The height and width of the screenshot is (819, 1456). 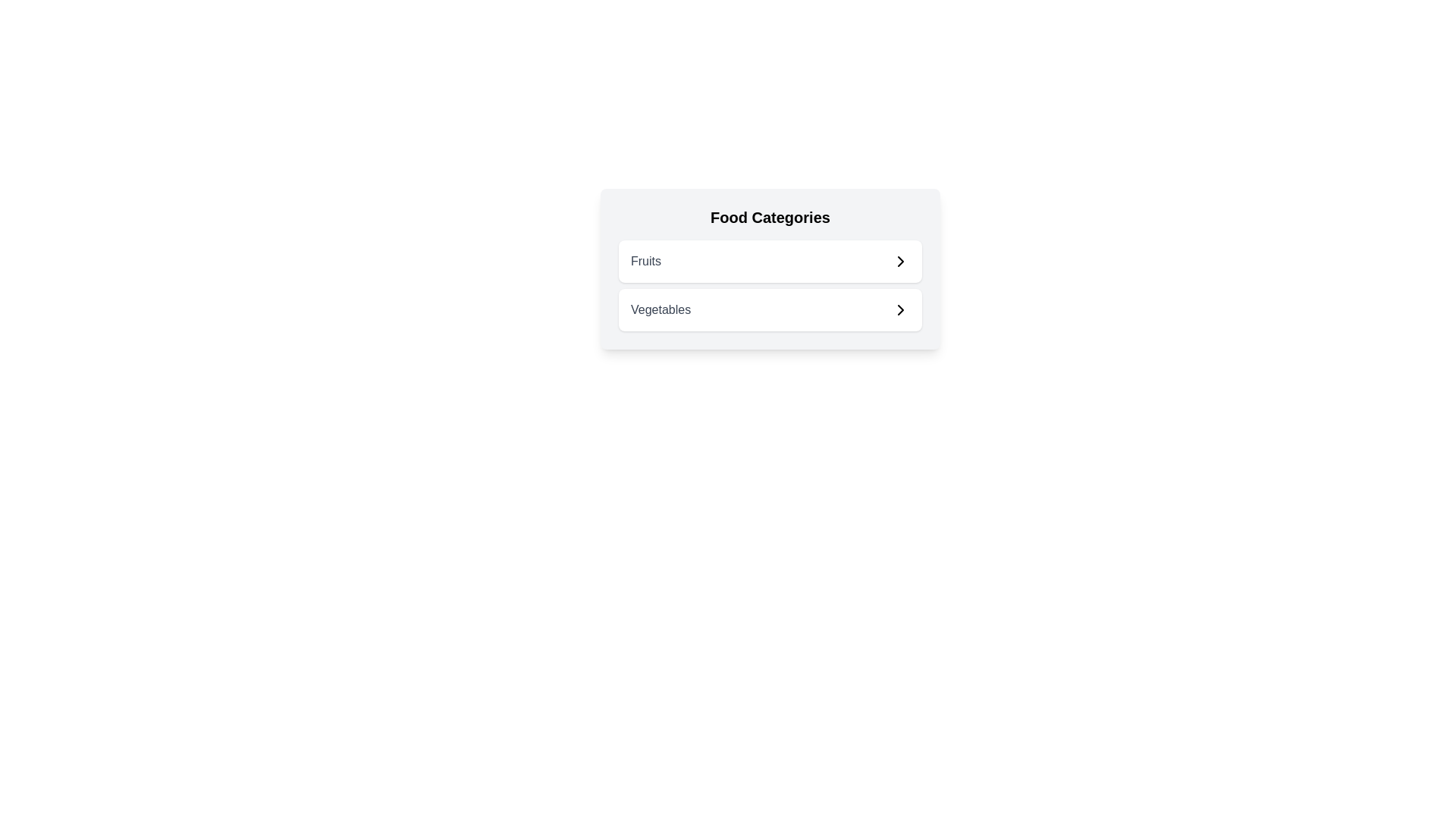 What do you see at coordinates (770, 309) in the screenshot?
I see `the 'Vegetables' button located below the 'Fruits' option in the 'Food Categories' section` at bounding box center [770, 309].